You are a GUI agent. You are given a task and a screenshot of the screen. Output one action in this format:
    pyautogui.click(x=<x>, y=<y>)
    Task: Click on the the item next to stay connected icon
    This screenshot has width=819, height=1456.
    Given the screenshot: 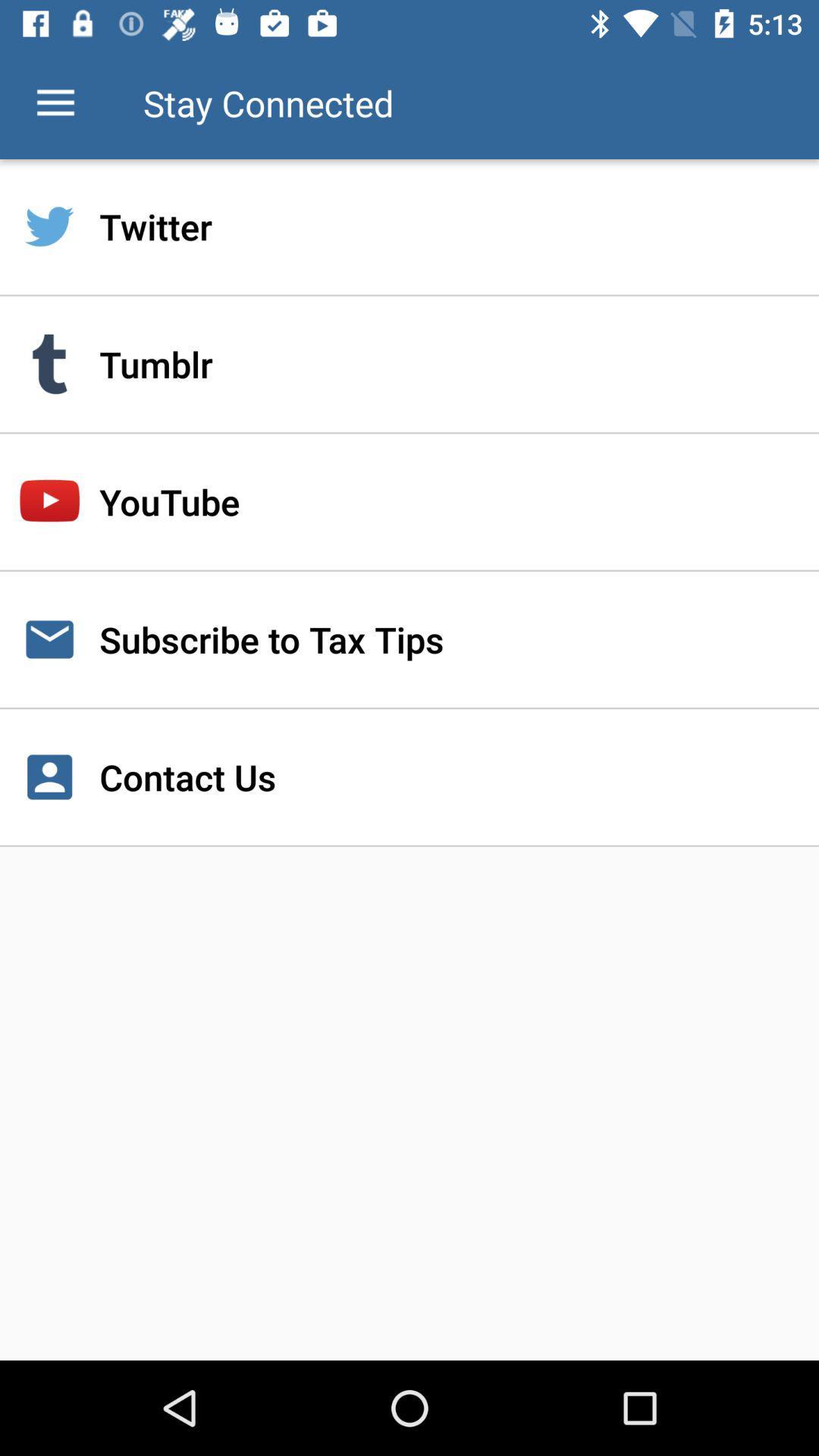 What is the action you would take?
    pyautogui.click(x=55, y=102)
    